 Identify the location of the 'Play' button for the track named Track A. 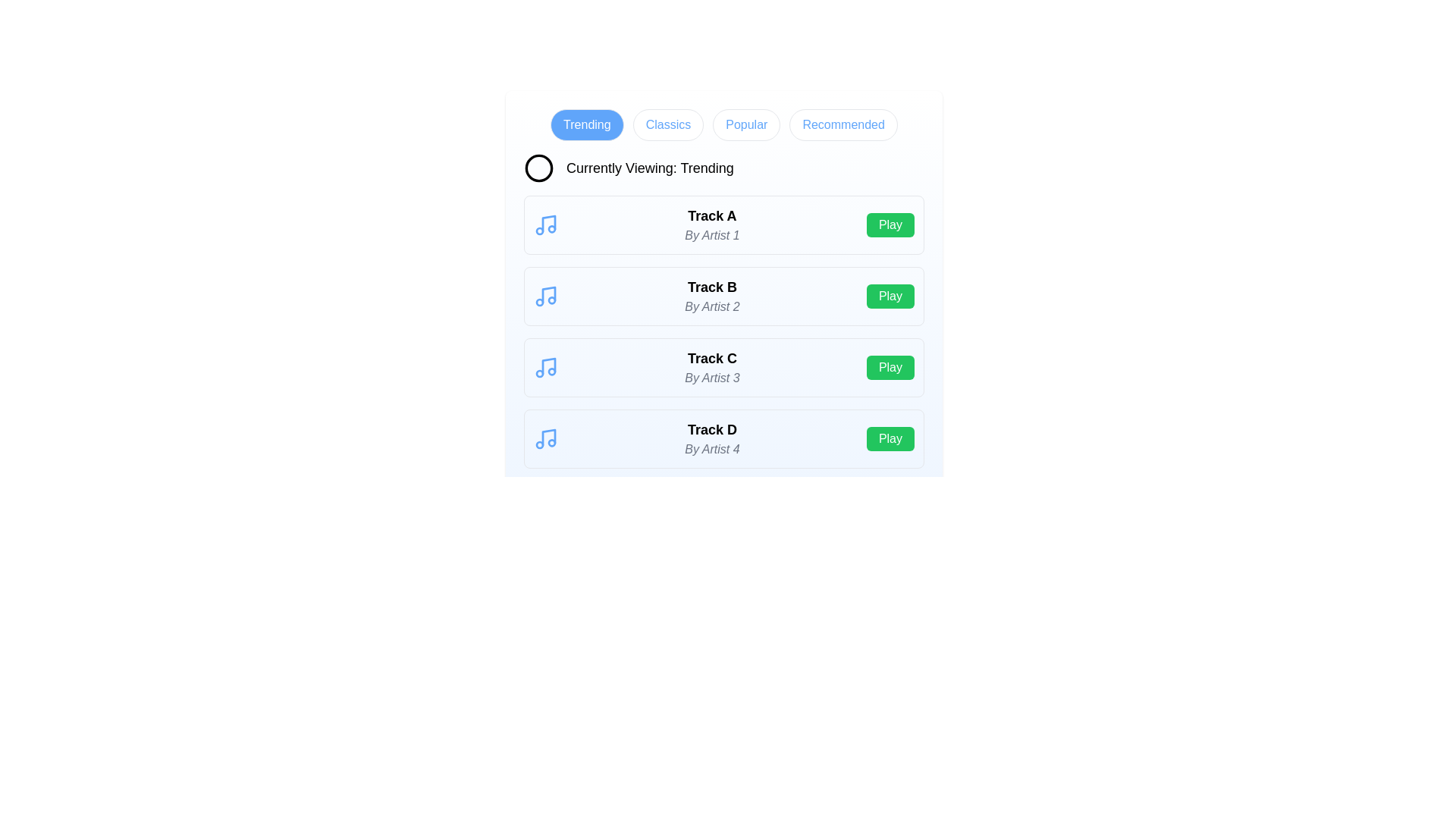
(890, 225).